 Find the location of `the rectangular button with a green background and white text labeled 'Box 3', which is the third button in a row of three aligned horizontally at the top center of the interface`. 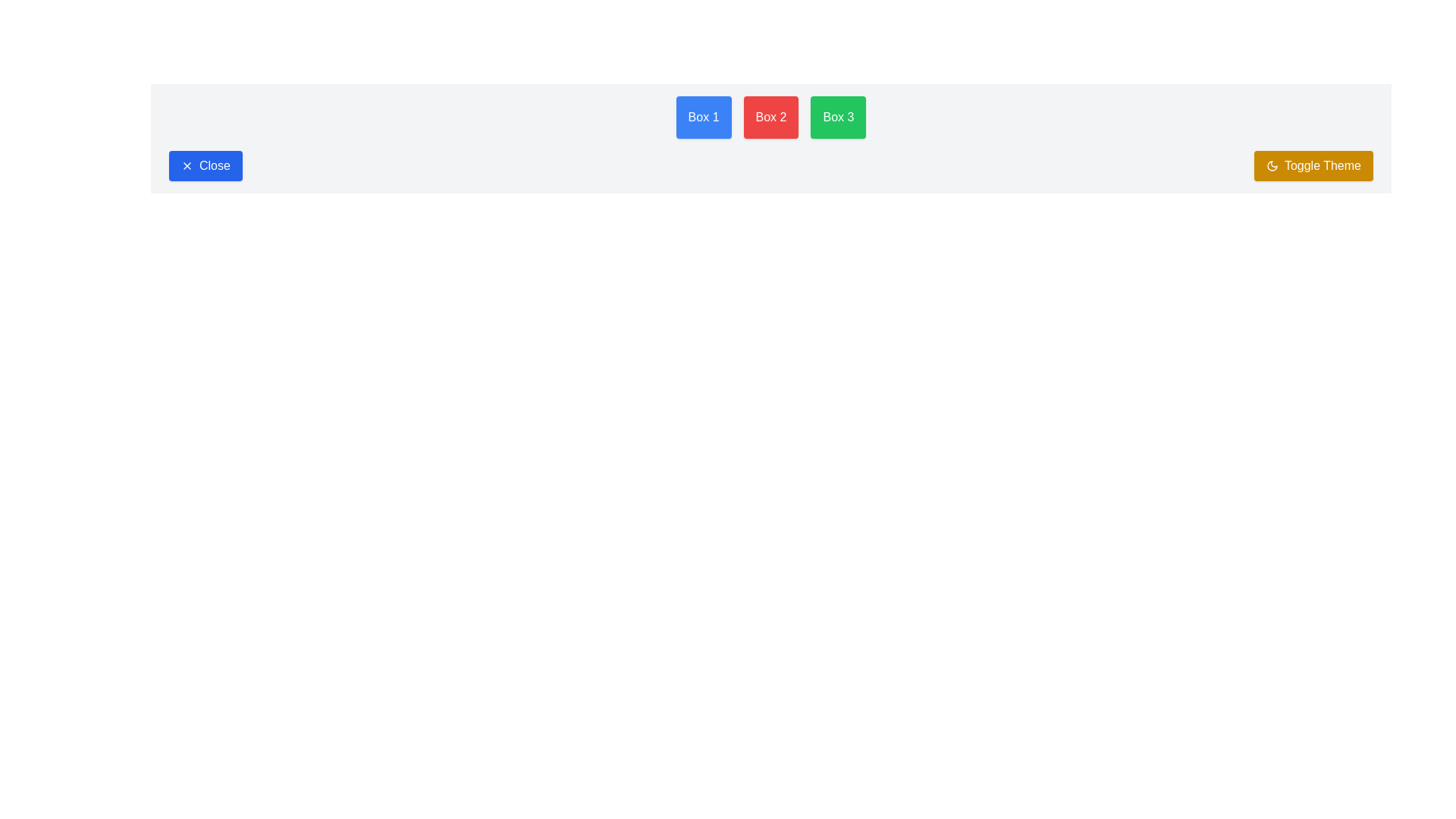

the rectangular button with a green background and white text labeled 'Box 3', which is the third button in a row of three aligned horizontally at the top center of the interface is located at coordinates (837, 116).